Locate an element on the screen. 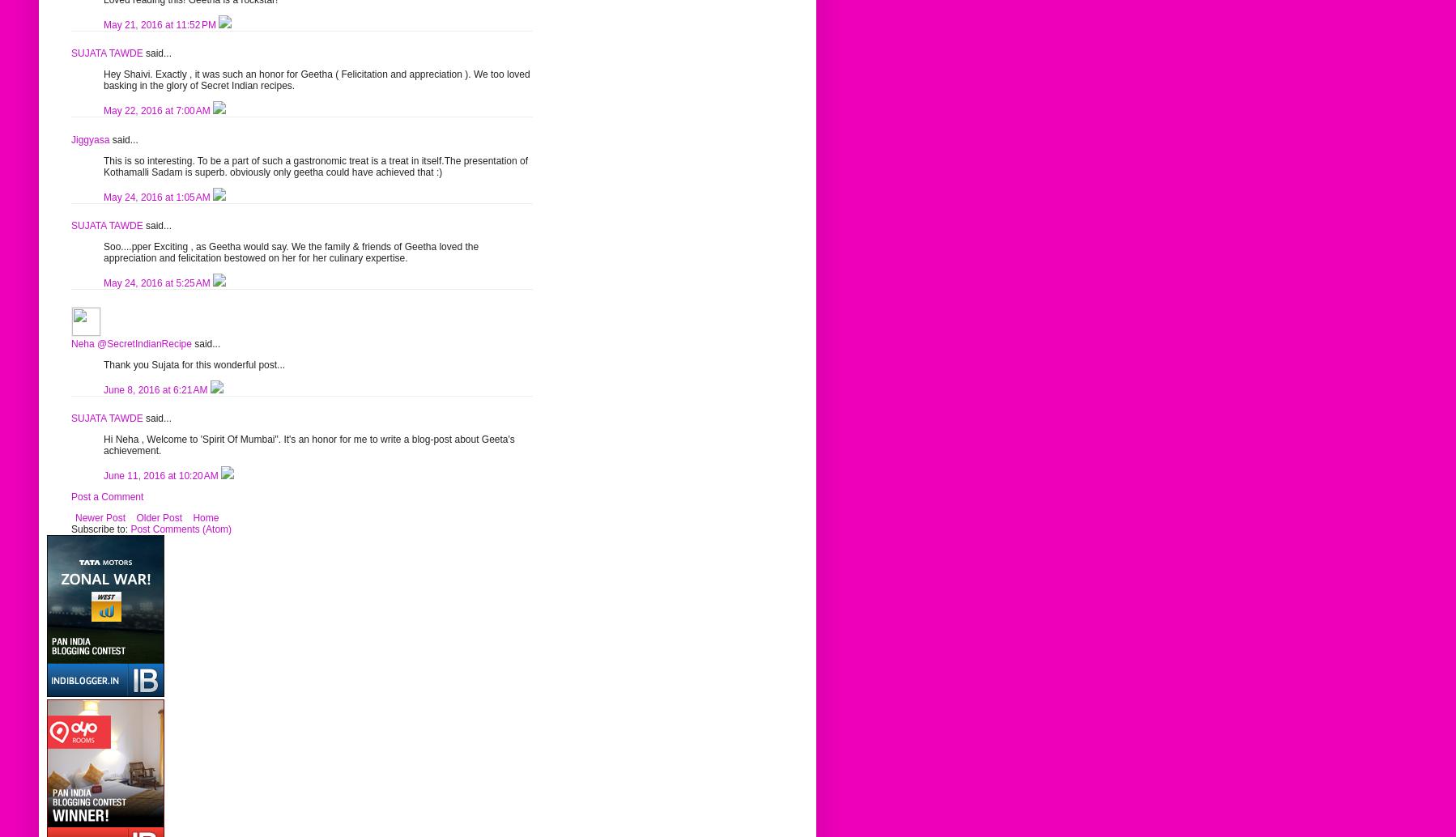 This screenshot has width=1456, height=837. 'Home' is located at coordinates (206, 518).